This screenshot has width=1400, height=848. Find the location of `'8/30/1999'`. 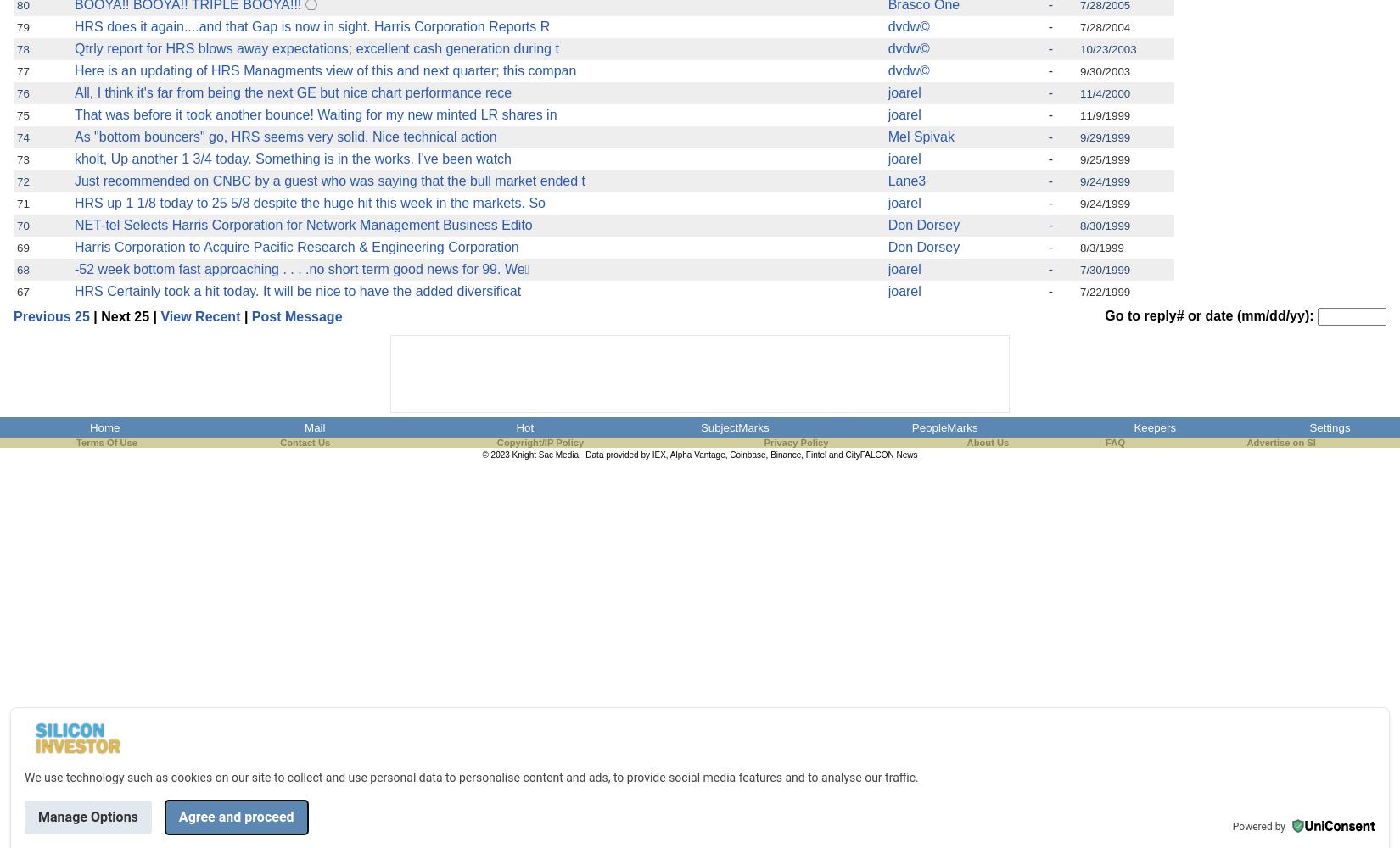

'8/30/1999' is located at coordinates (1104, 225).